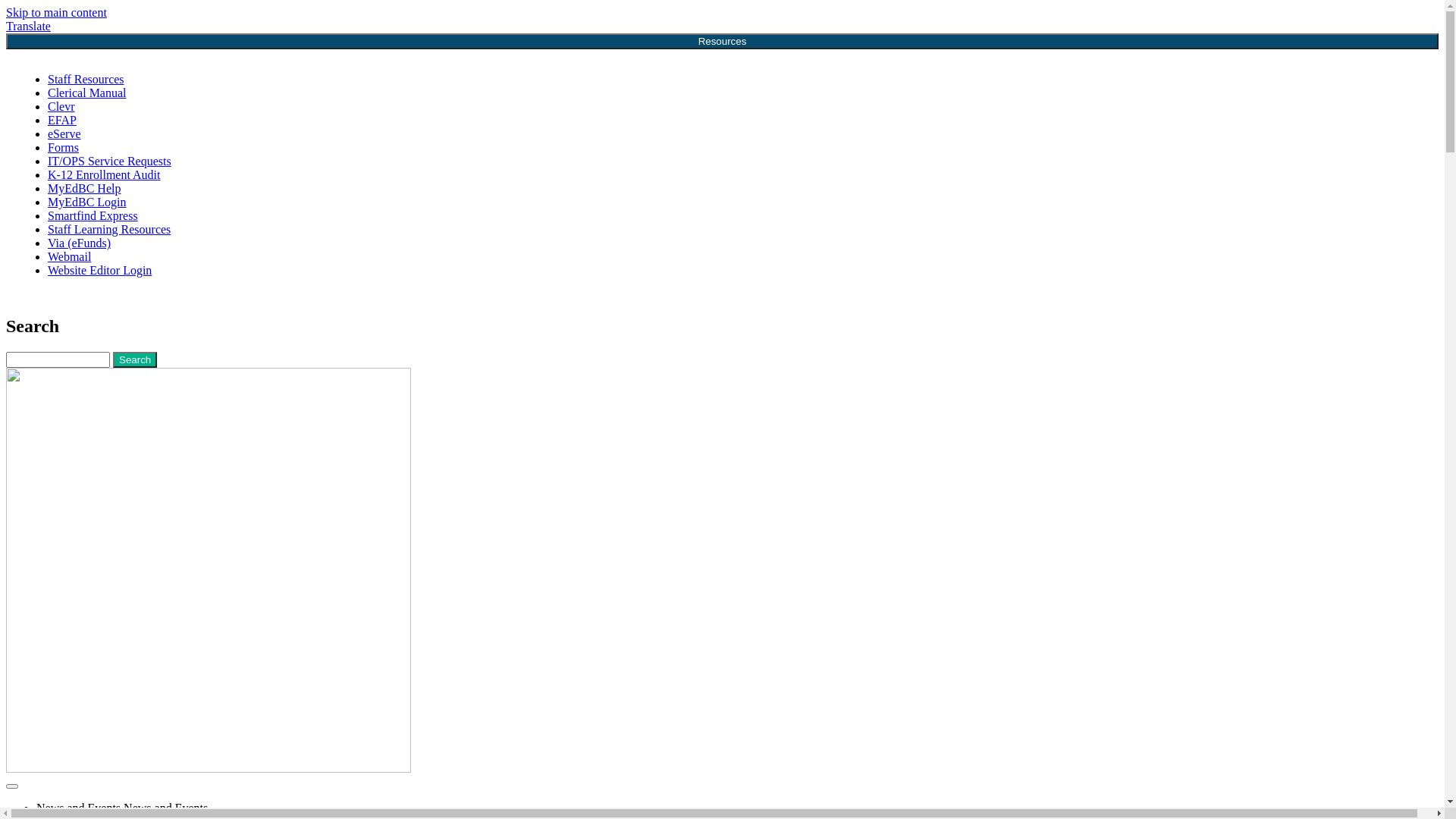 The height and width of the screenshot is (819, 1456). Describe the element at coordinates (86, 93) in the screenshot. I see `'Clerical Manual'` at that location.